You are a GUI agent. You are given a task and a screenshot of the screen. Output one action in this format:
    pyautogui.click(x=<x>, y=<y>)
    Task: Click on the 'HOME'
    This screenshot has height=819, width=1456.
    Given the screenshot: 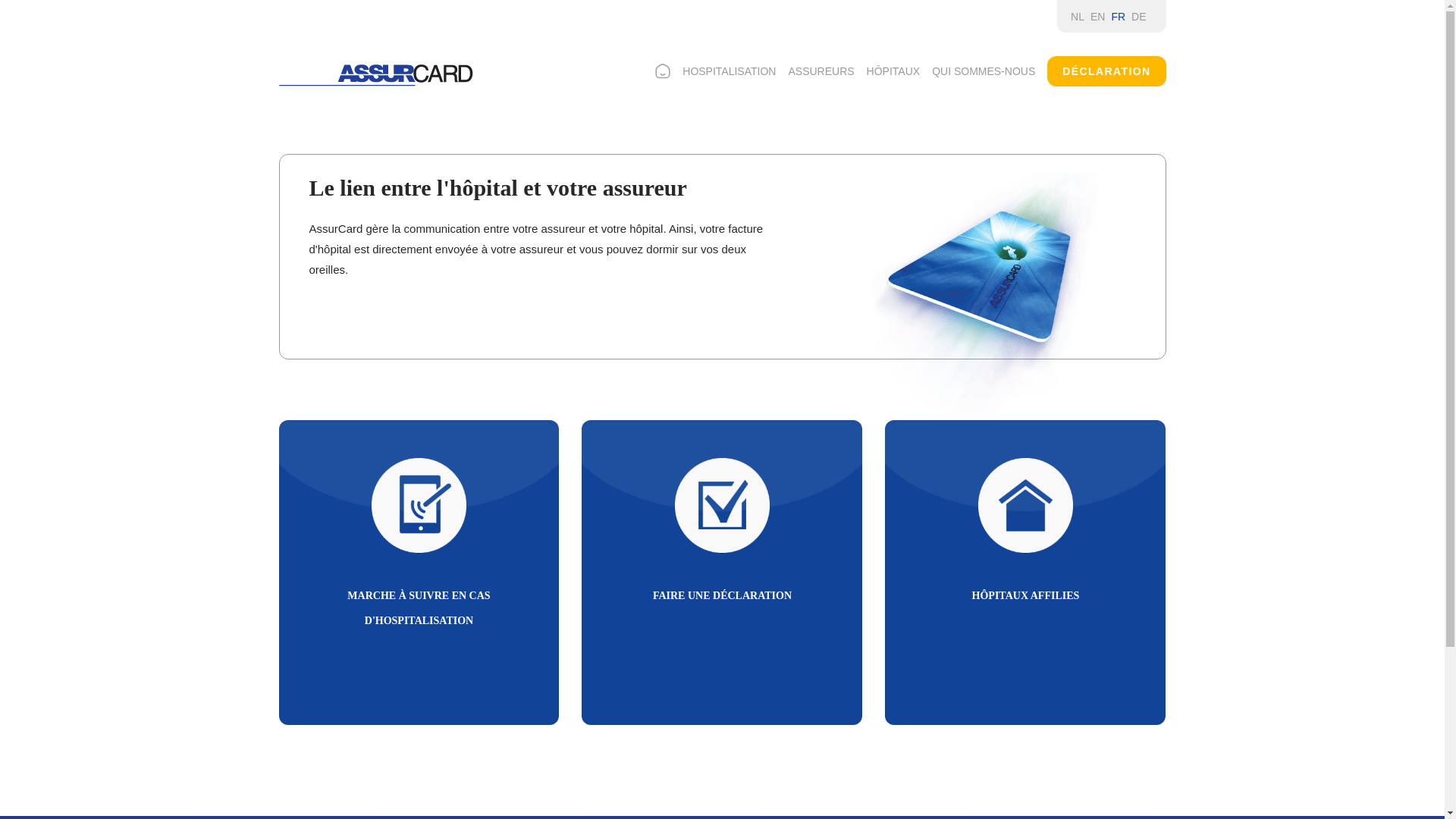 What is the action you would take?
    pyautogui.click(x=662, y=71)
    